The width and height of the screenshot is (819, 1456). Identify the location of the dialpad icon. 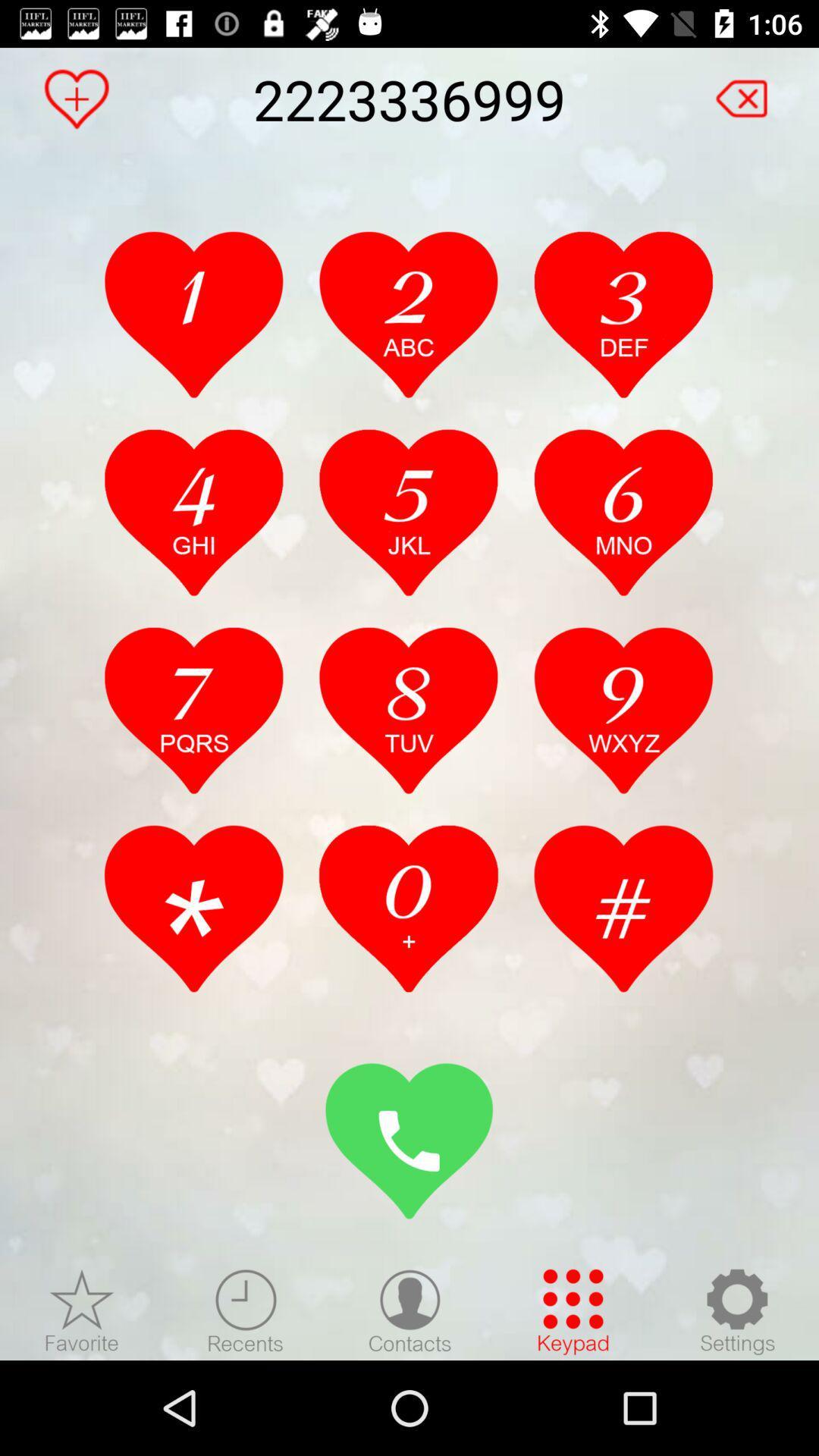
(573, 1310).